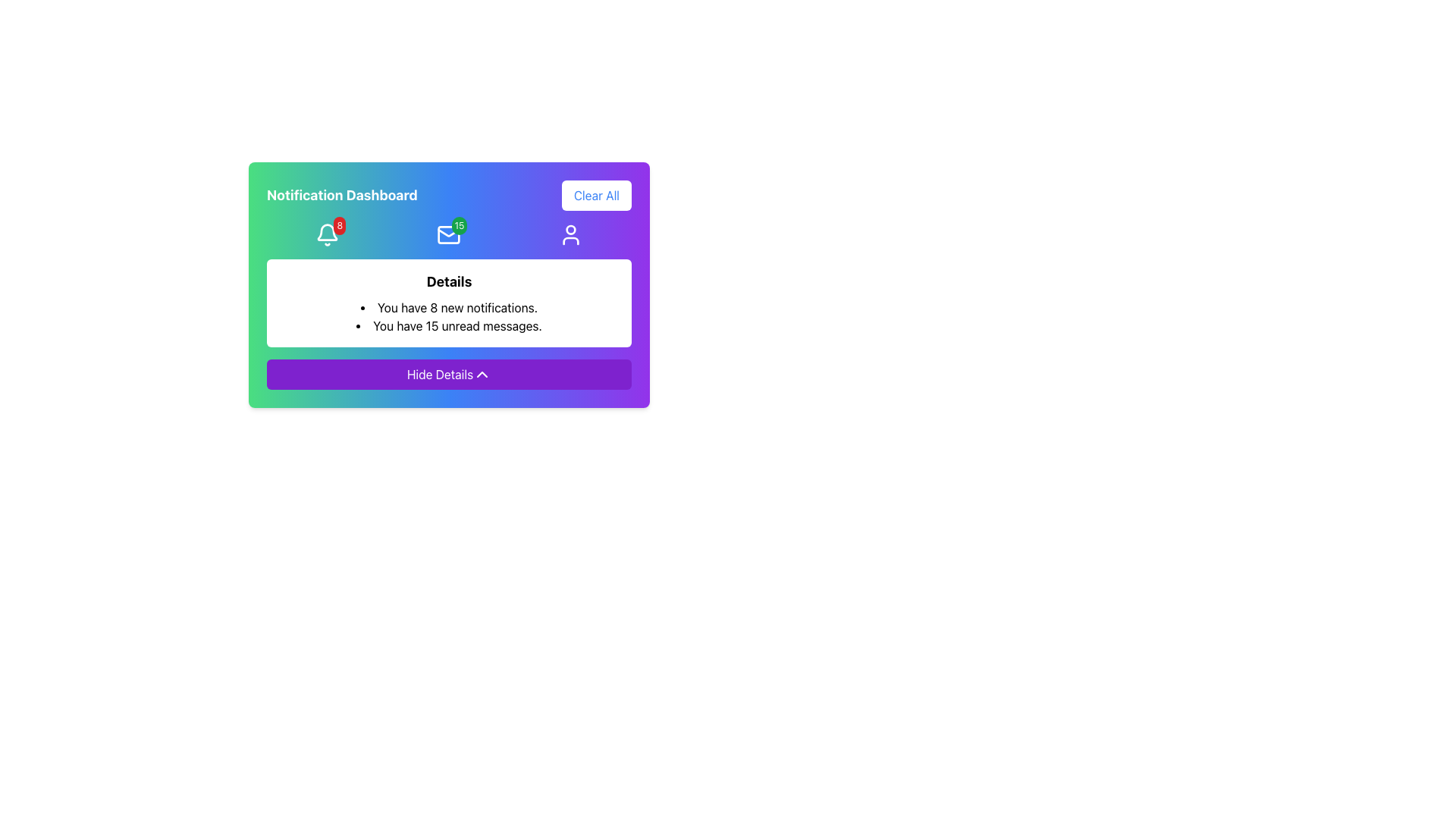 The height and width of the screenshot is (819, 1456). I want to click on the title text label of the notification management interface, which is positioned to the left of the 'Clear All' button, so click(341, 195).